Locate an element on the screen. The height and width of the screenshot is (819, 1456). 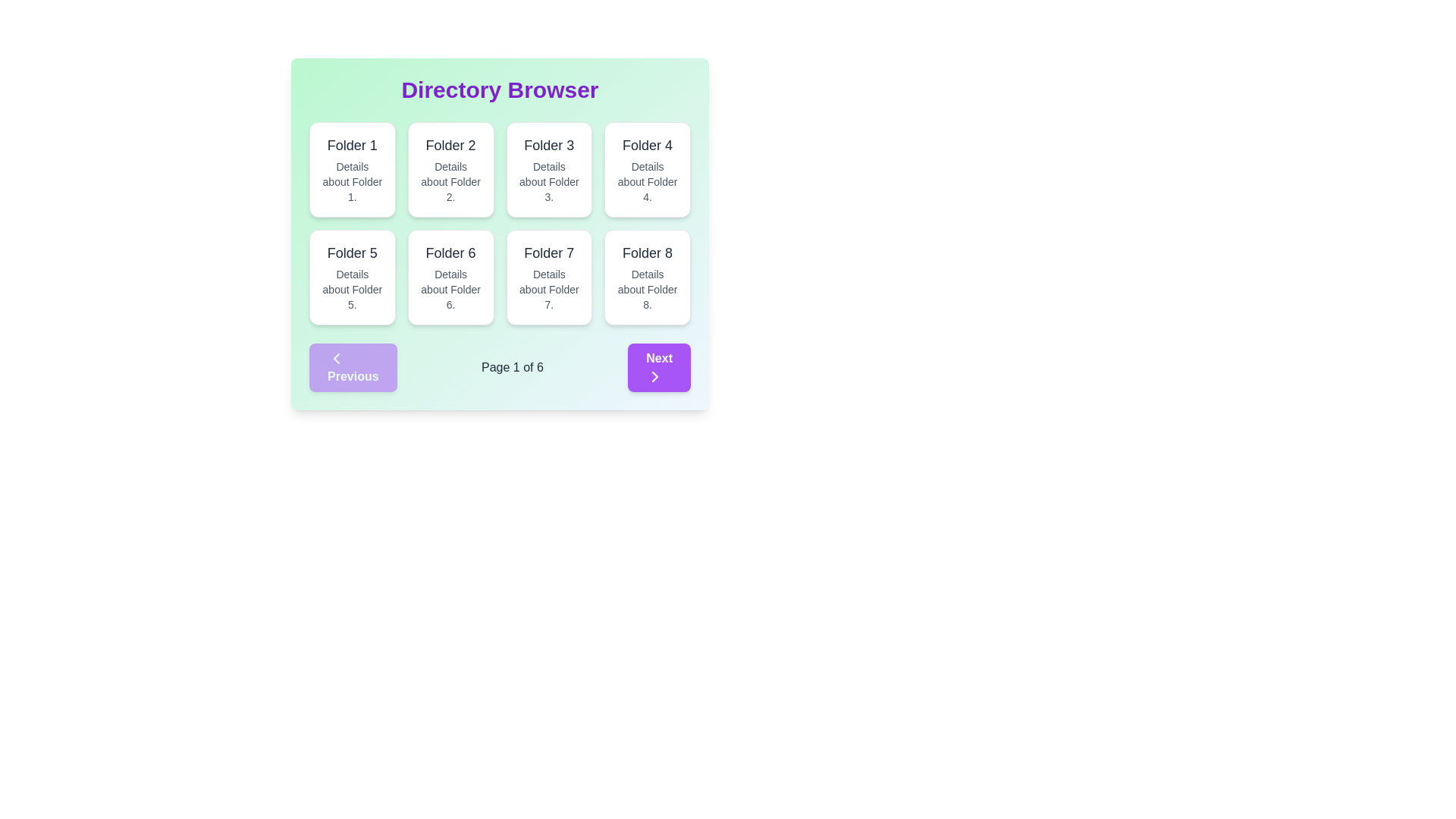
the text label that displays 'Details about Folder 2.' located in the second box of a grid layout, positioned below 'Folder 2' is located at coordinates (450, 180).